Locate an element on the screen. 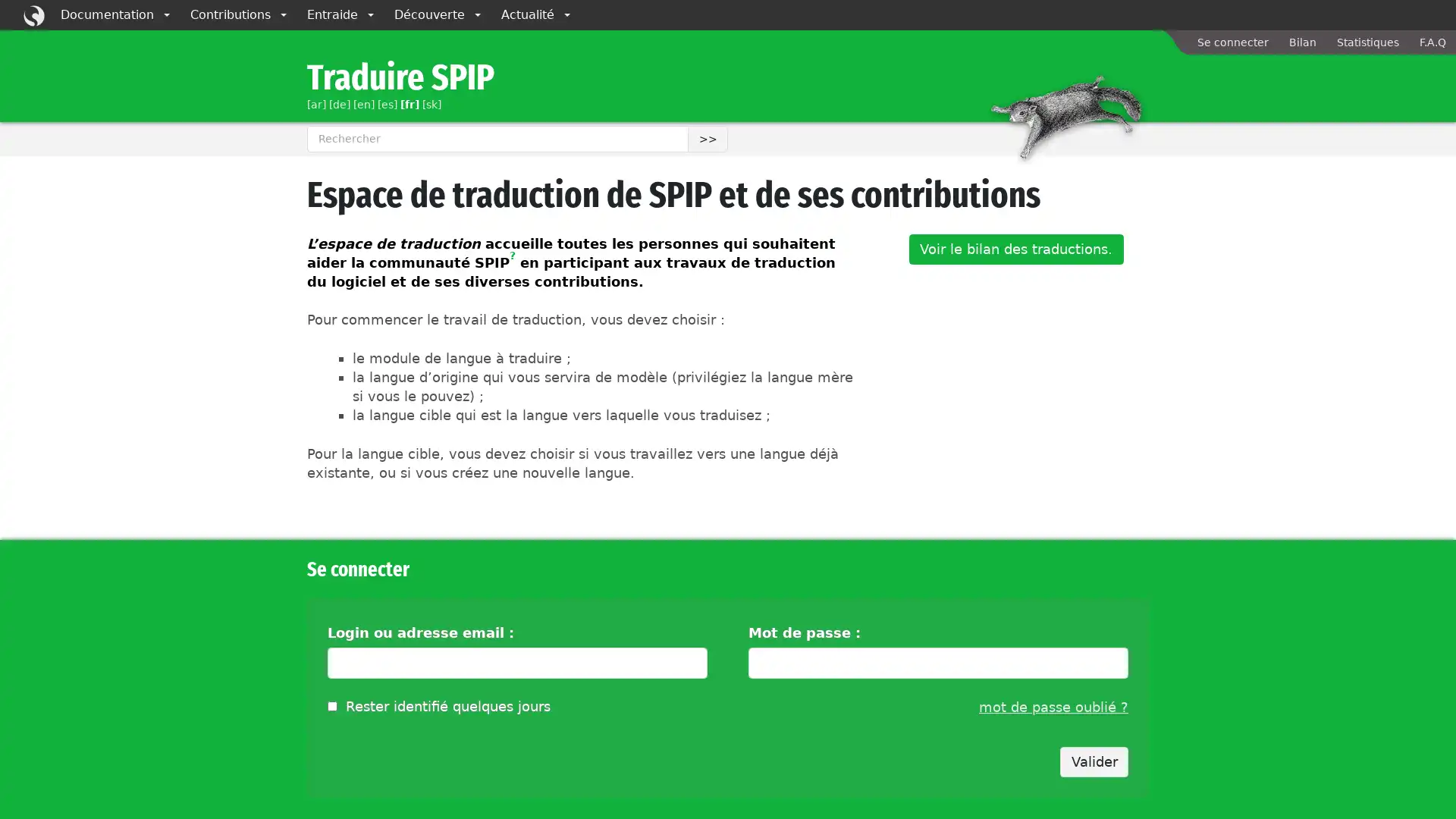  >> is located at coordinates (707, 138).